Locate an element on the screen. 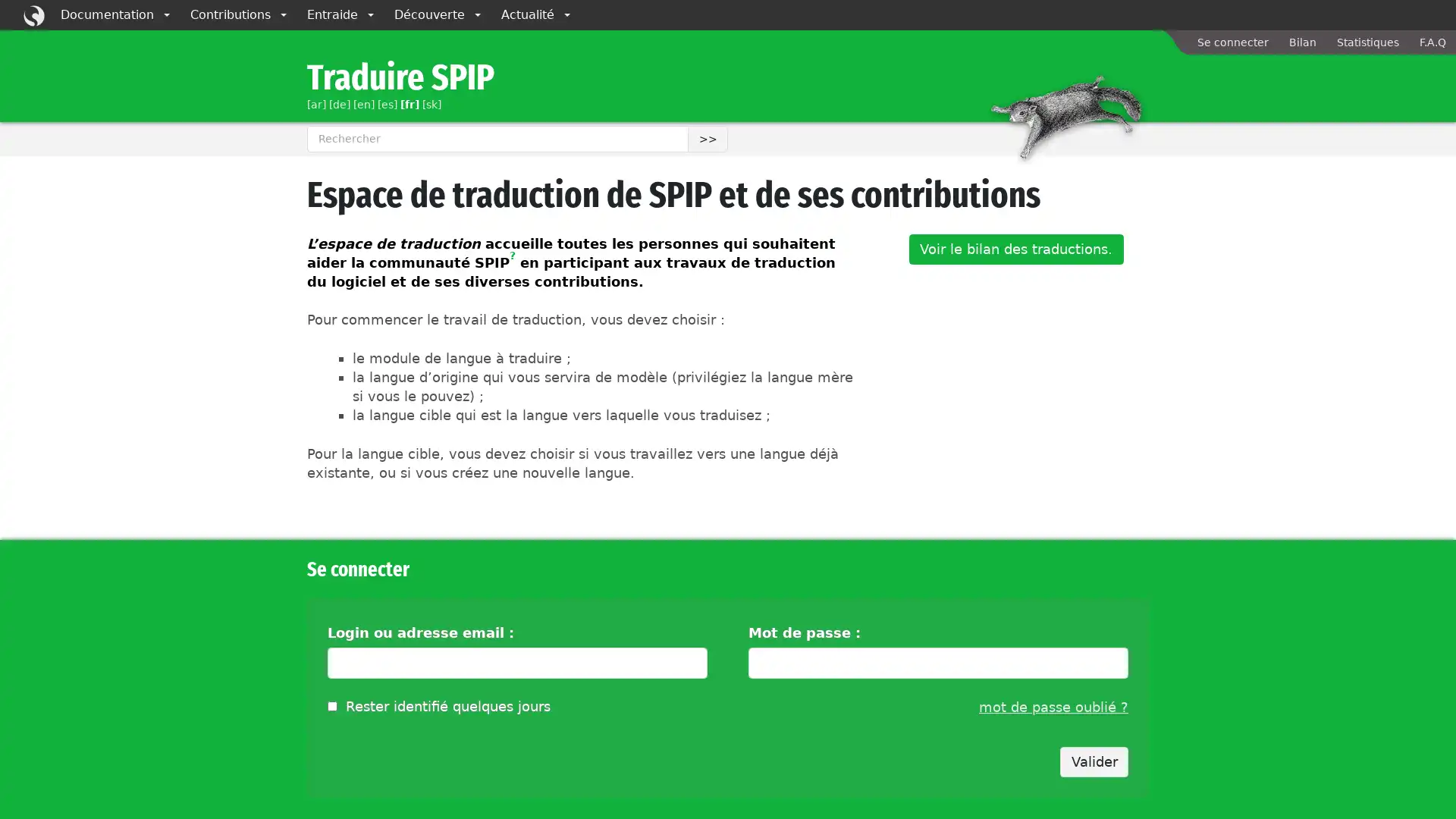  >> is located at coordinates (707, 138).